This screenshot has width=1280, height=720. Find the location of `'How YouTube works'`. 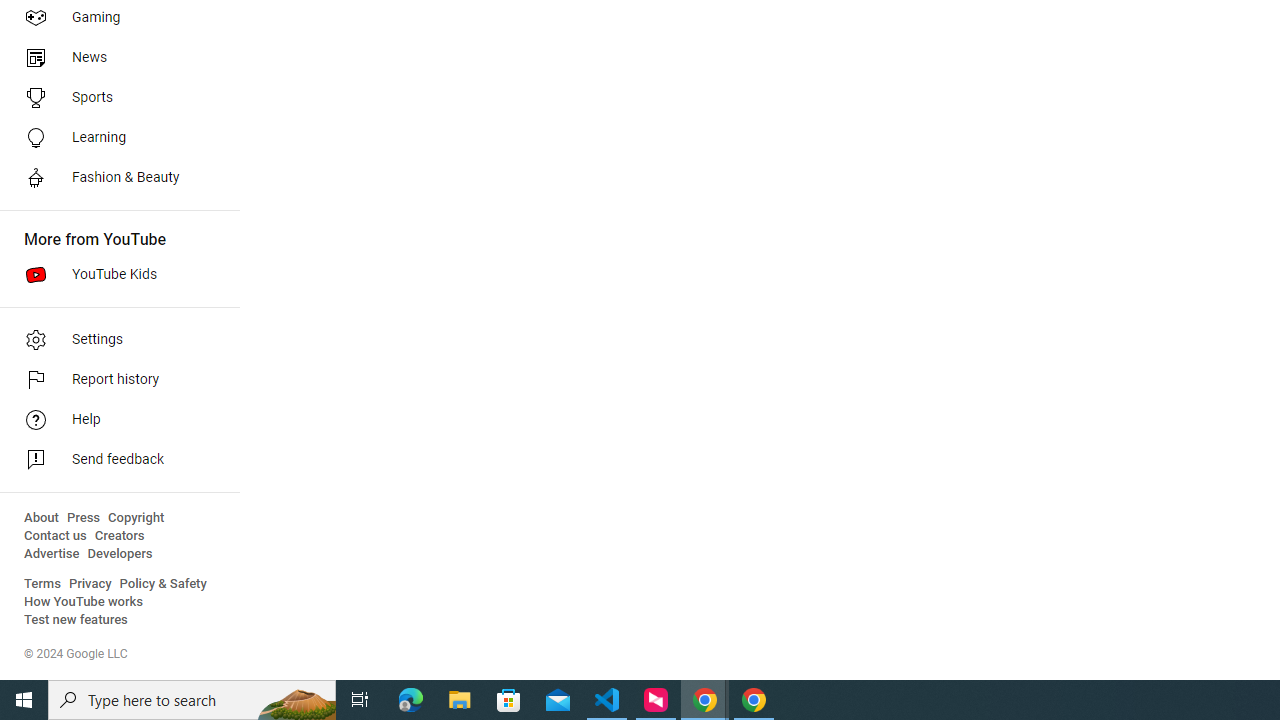

'How YouTube works' is located at coordinates (82, 601).